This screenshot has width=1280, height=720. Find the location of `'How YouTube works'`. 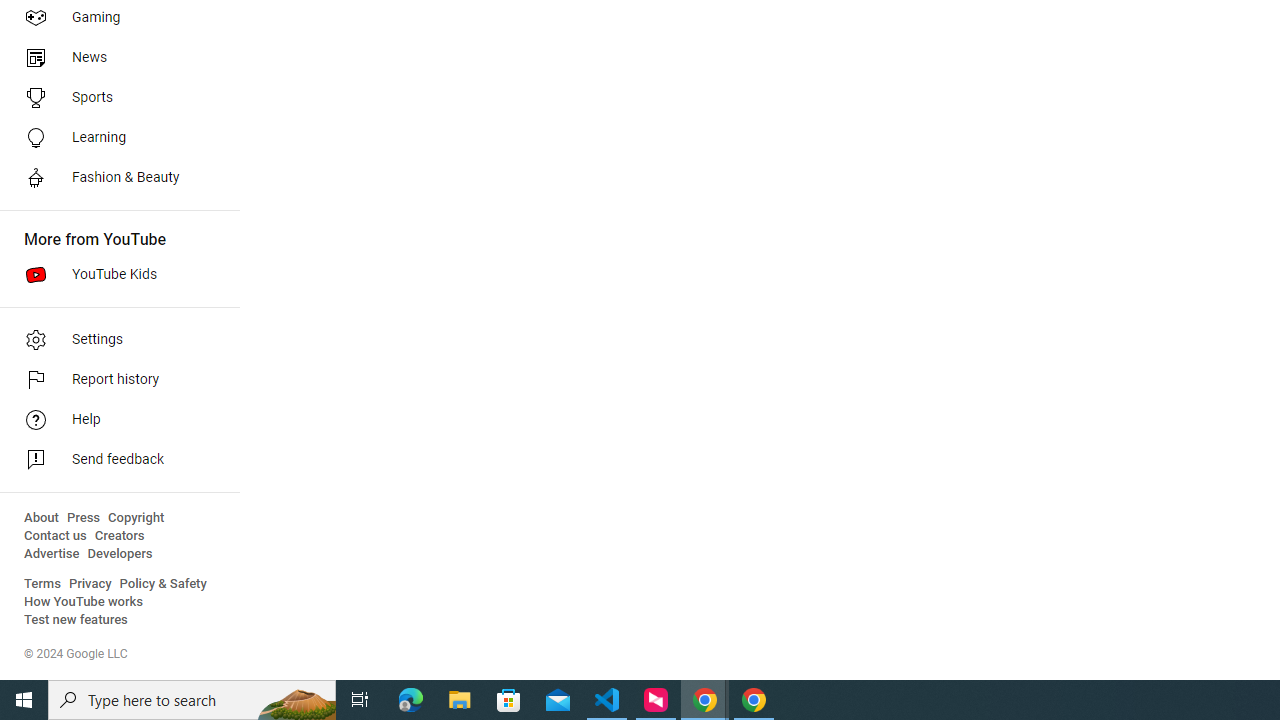

'How YouTube works' is located at coordinates (82, 601).